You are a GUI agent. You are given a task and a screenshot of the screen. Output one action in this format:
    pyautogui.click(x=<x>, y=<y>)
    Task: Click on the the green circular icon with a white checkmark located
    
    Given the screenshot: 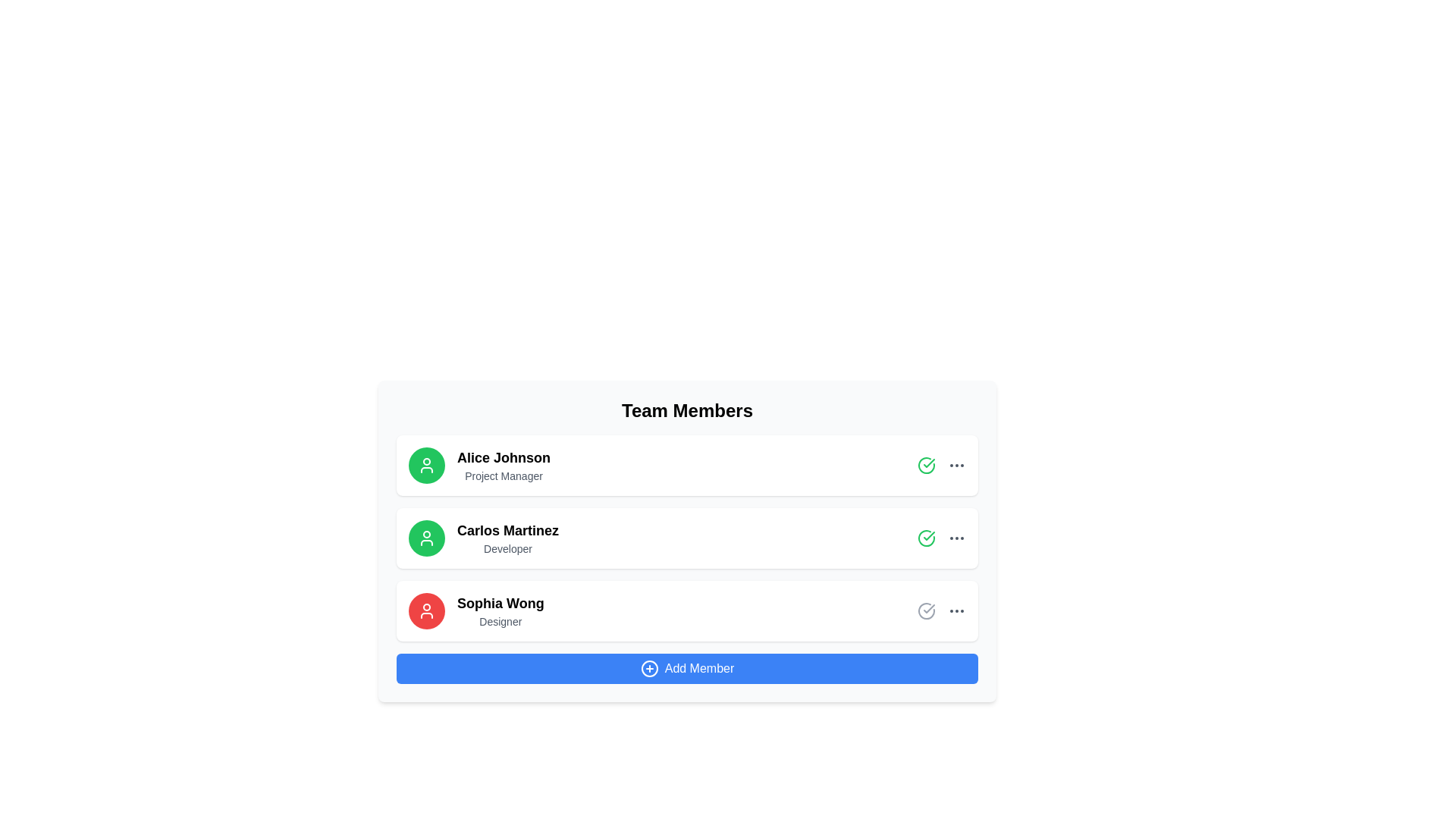 What is the action you would take?
    pyautogui.click(x=926, y=537)
    